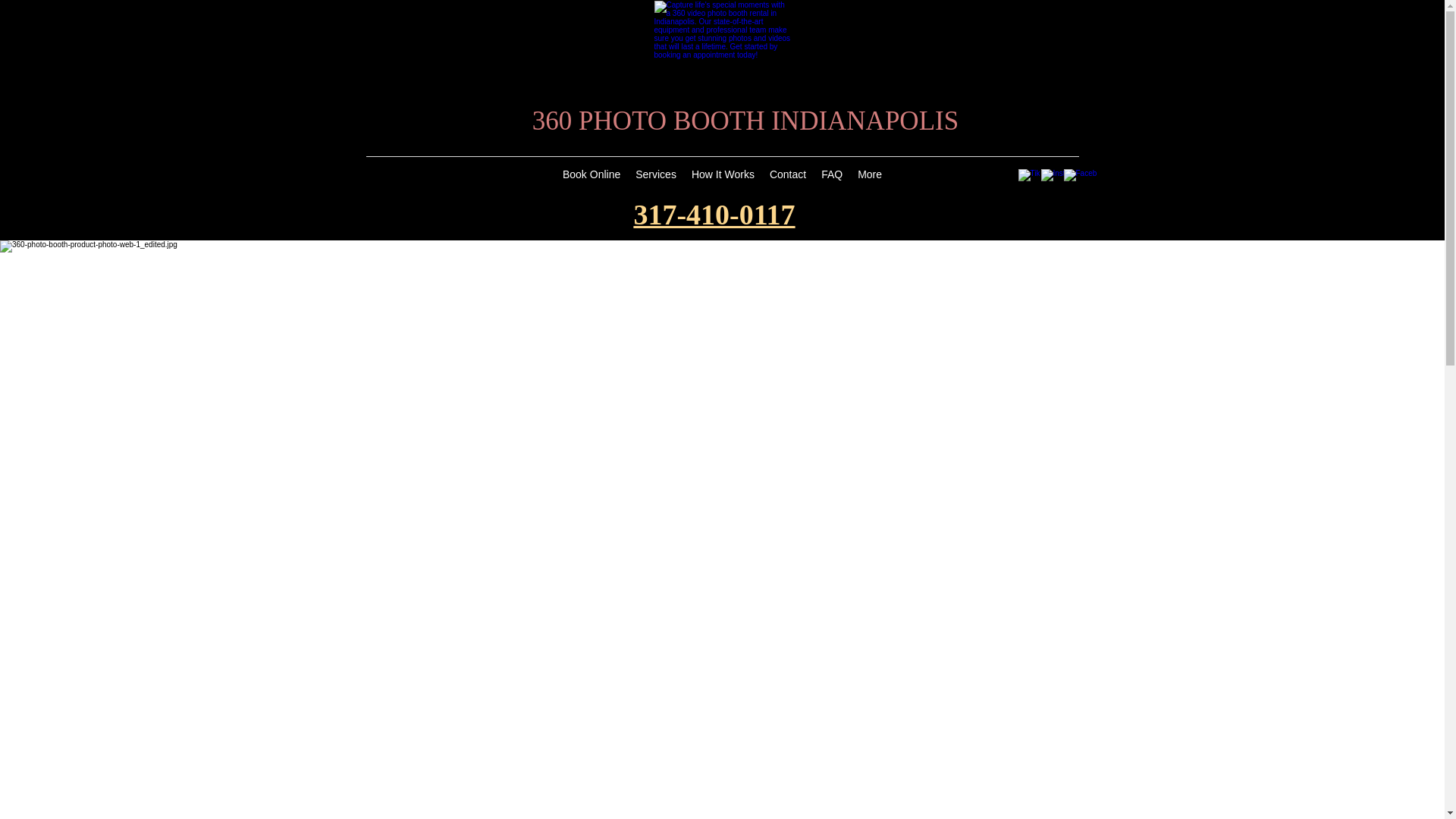 Image resolution: width=1456 pixels, height=819 pixels. What do you see at coordinates (590, 175) in the screenshot?
I see `'Book Online'` at bounding box center [590, 175].